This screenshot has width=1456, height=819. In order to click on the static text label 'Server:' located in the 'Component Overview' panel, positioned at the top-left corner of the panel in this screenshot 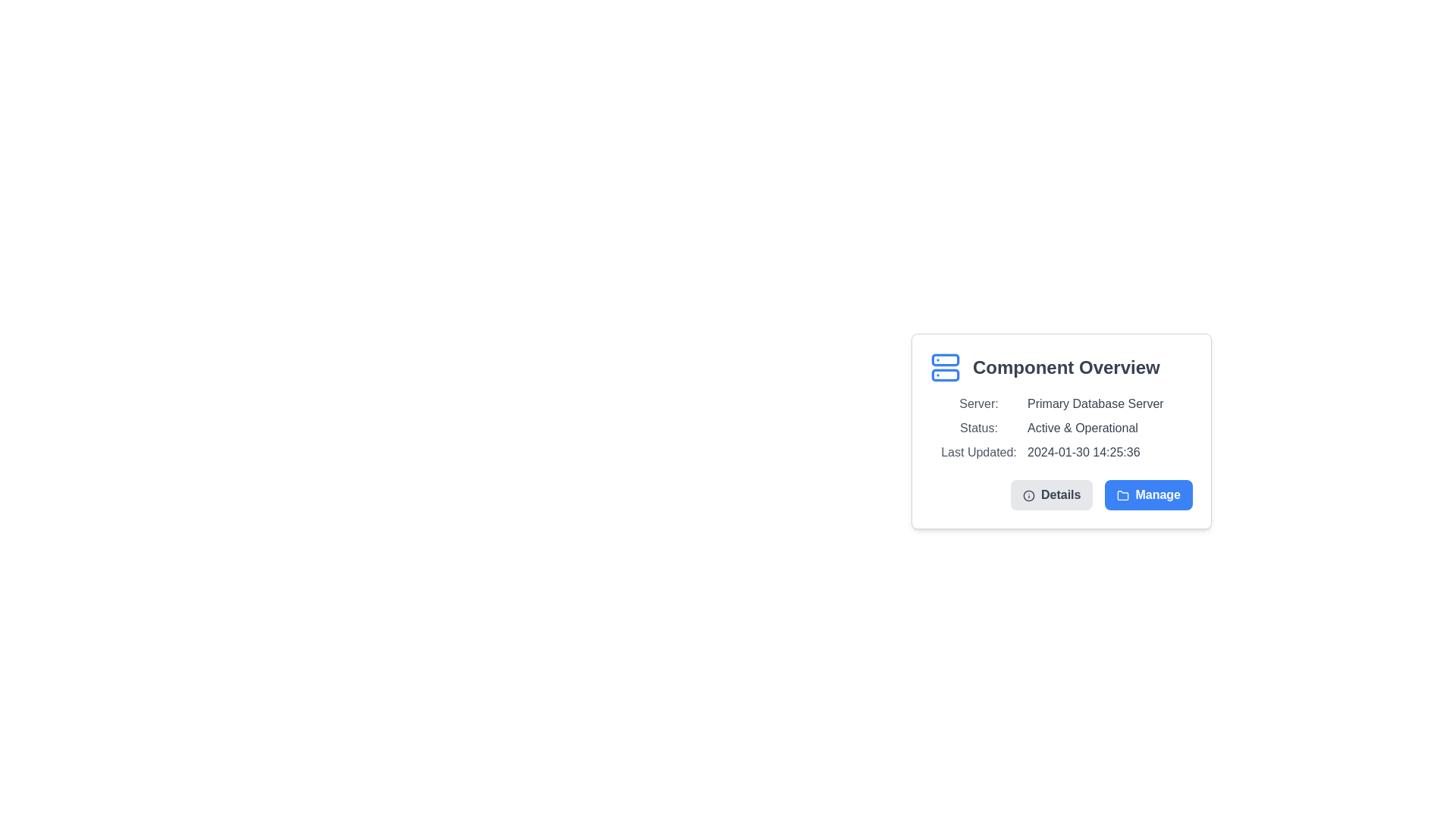, I will do `click(979, 403)`.